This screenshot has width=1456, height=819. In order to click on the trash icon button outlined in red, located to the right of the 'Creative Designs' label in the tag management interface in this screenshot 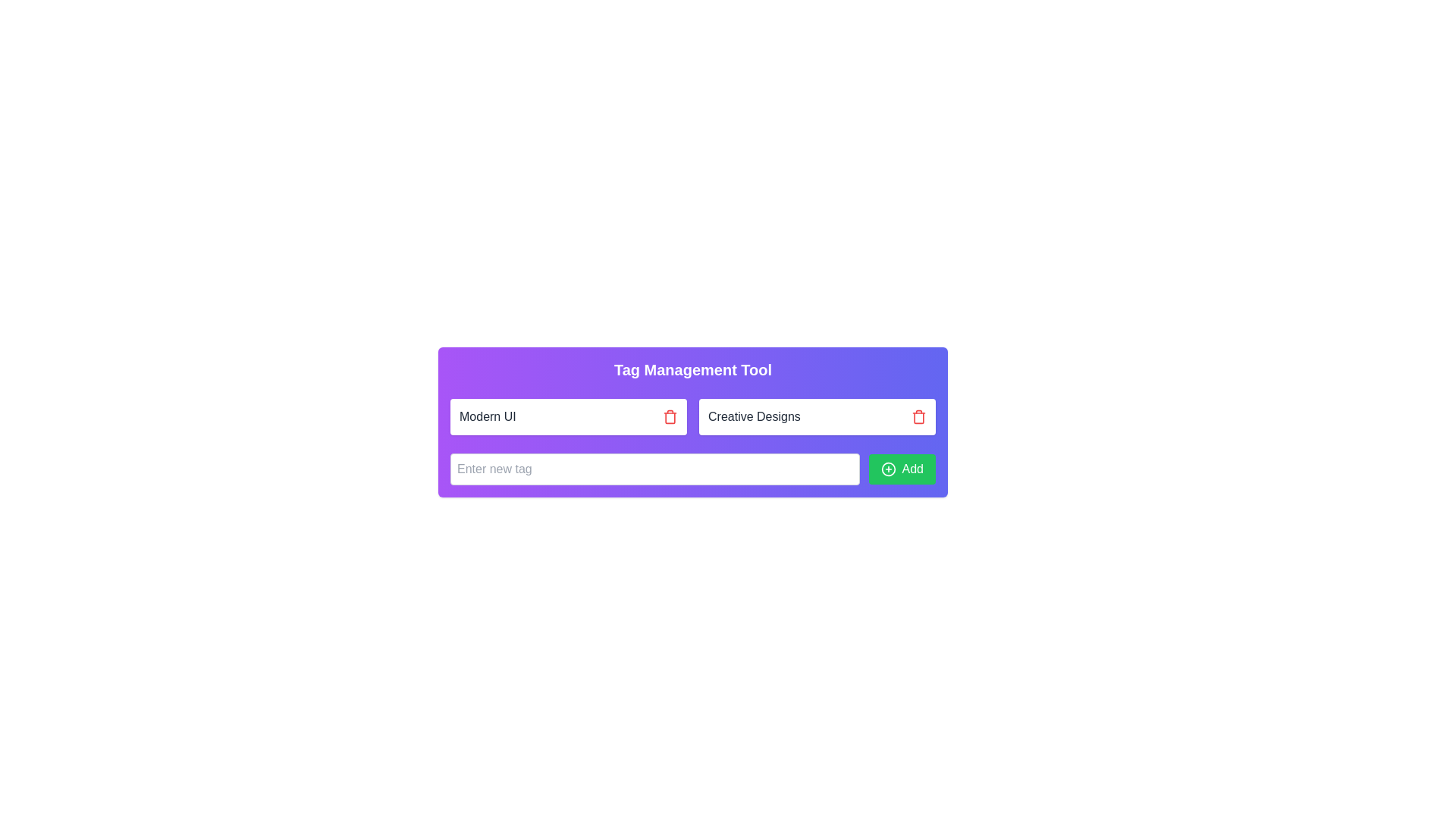, I will do `click(918, 417)`.